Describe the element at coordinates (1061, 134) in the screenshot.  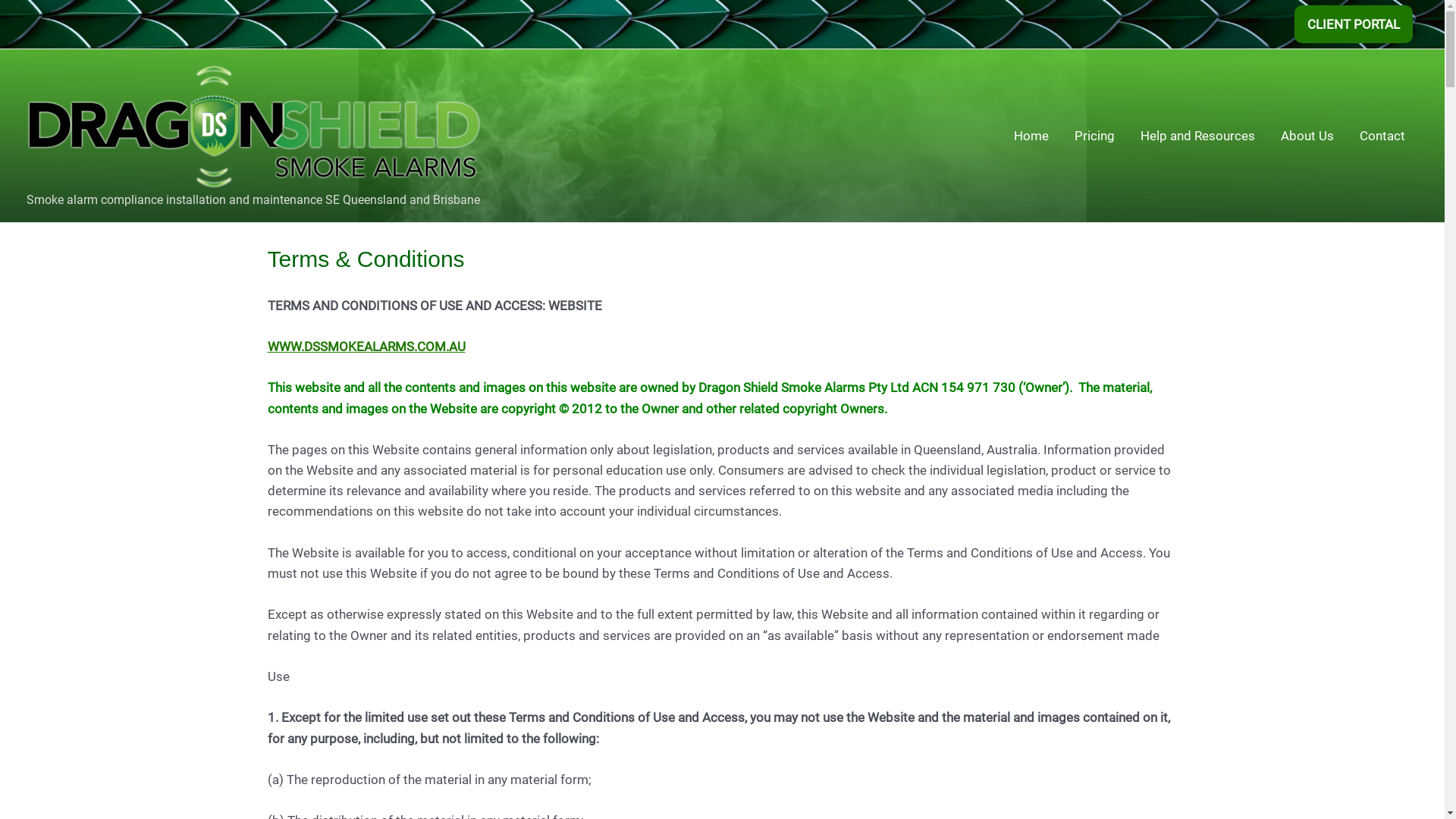
I see `'Pricing'` at that location.